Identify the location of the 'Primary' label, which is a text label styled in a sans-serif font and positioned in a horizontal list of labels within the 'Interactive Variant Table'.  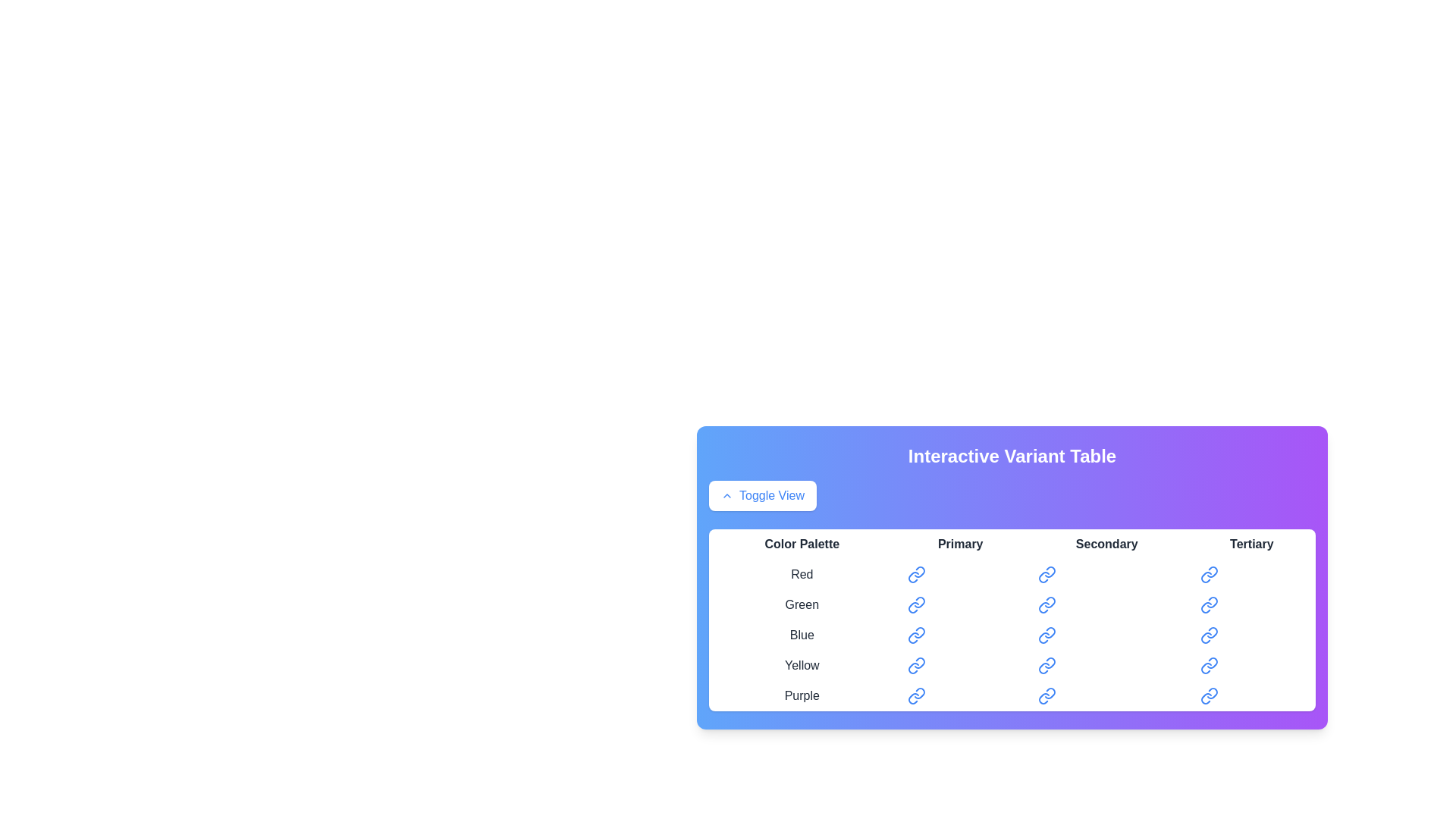
(959, 543).